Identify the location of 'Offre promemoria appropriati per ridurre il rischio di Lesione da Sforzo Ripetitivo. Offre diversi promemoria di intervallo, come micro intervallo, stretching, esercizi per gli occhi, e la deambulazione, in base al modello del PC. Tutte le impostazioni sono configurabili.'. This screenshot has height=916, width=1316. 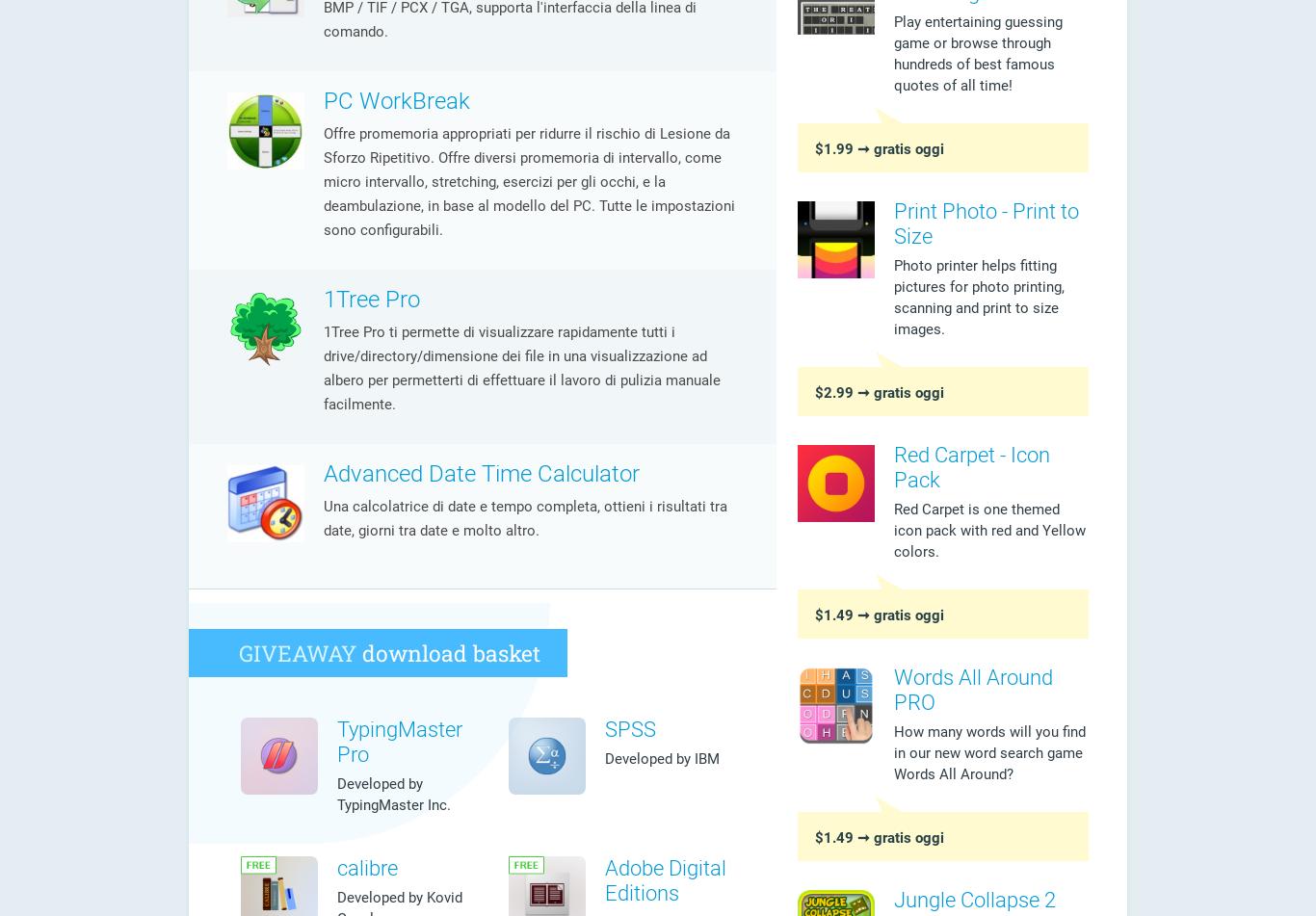
(529, 181).